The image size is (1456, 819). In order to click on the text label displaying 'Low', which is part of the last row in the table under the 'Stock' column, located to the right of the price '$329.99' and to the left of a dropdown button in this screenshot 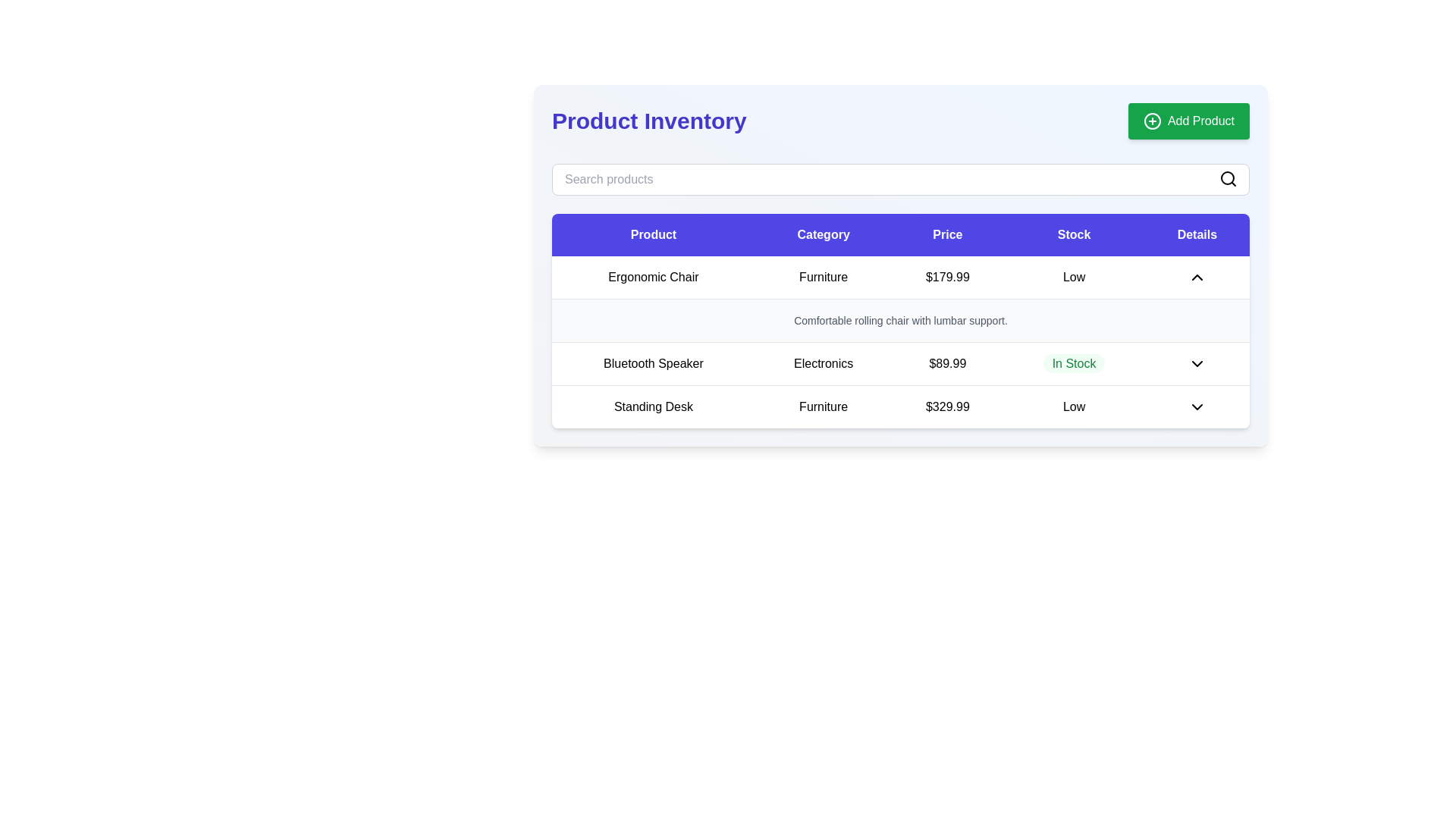, I will do `click(1073, 406)`.